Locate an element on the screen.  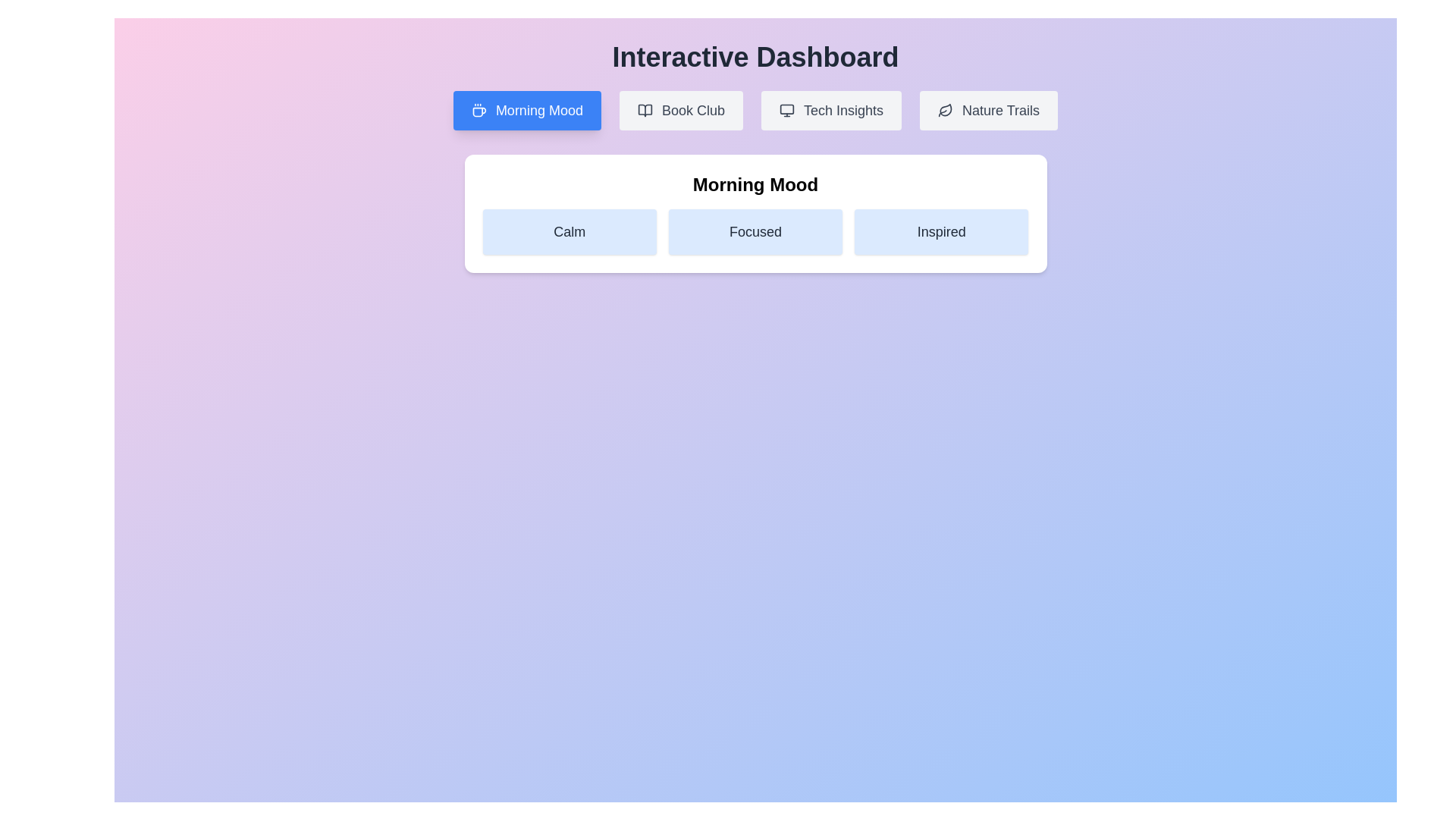
the 'Focused' mood option in the 'Morning Mood' selection interface, which is a Static Text element located between 'Calm' and 'Inspired' is located at coordinates (755, 231).